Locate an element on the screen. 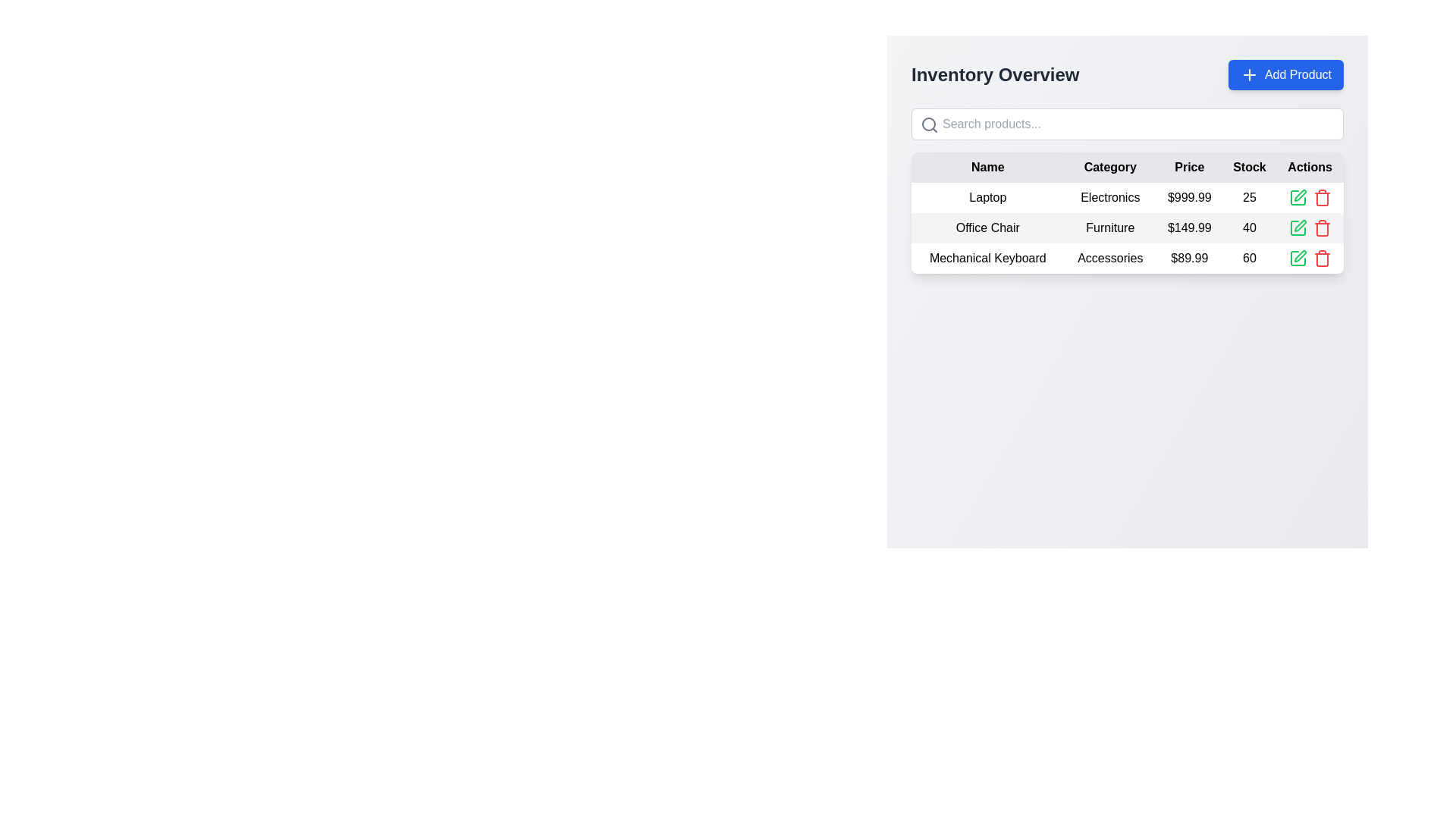 The height and width of the screenshot is (819, 1456). the green pencil icon in the Action panel is located at coordinates (1309, 197).